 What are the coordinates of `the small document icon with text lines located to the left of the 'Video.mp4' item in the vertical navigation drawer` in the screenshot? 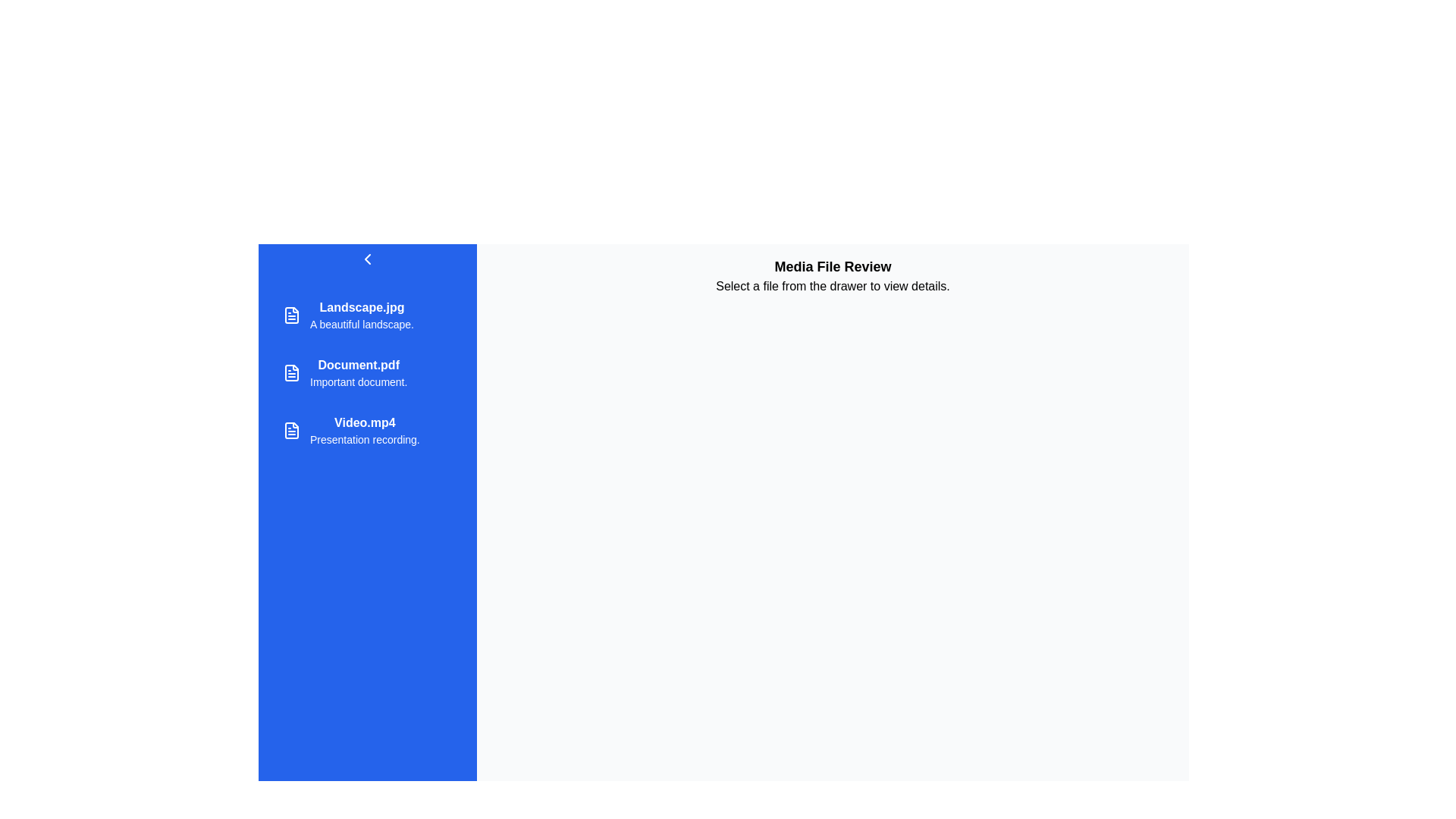 It's located at (291, 430).